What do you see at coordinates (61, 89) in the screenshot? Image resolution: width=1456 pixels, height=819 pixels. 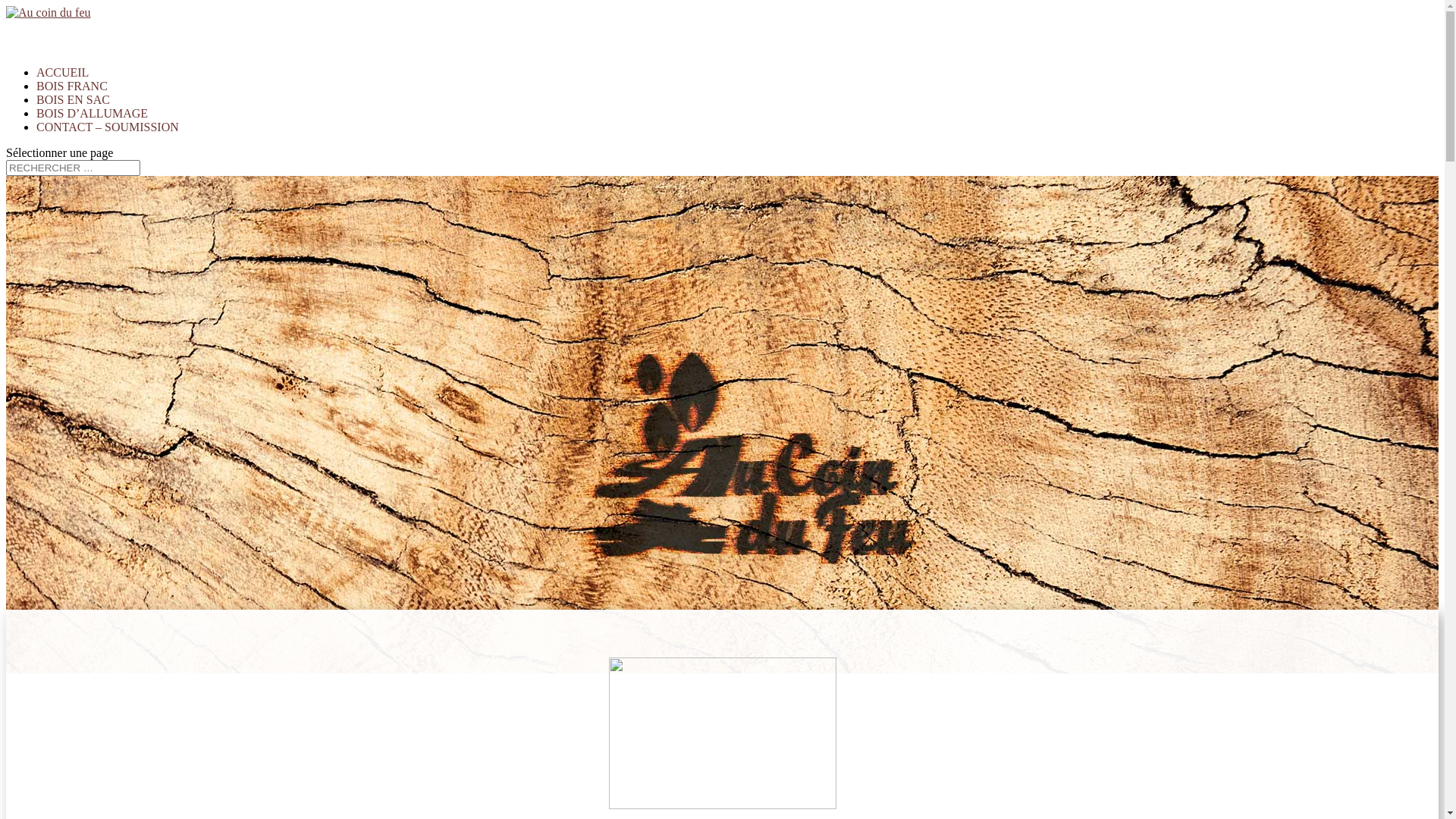 I see `'ACCUEIL'` at bounding box center [61, 89].